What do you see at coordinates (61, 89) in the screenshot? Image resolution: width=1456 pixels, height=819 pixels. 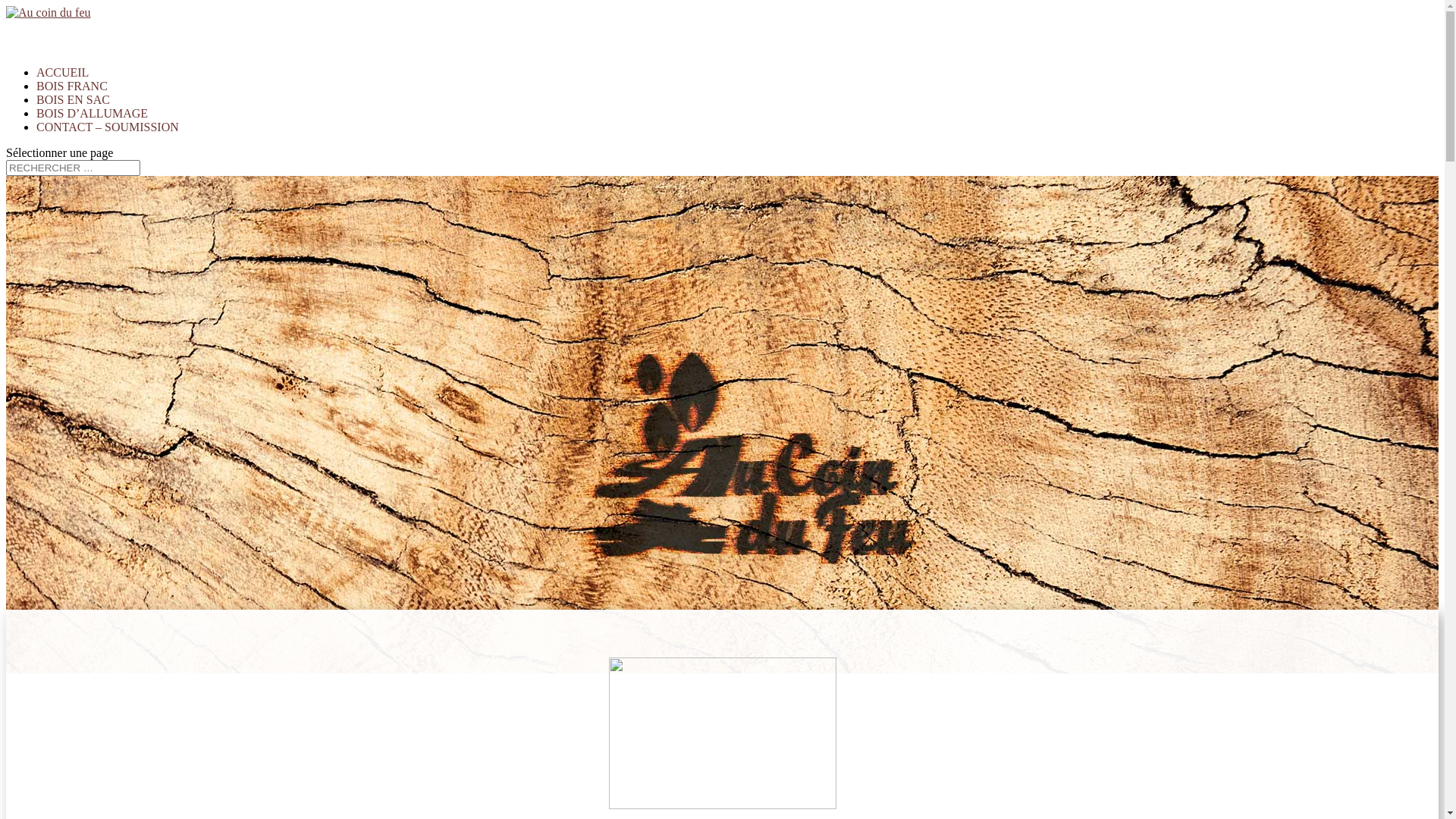 I see `'ACCUEIL'` at bounding box center [61, 89].